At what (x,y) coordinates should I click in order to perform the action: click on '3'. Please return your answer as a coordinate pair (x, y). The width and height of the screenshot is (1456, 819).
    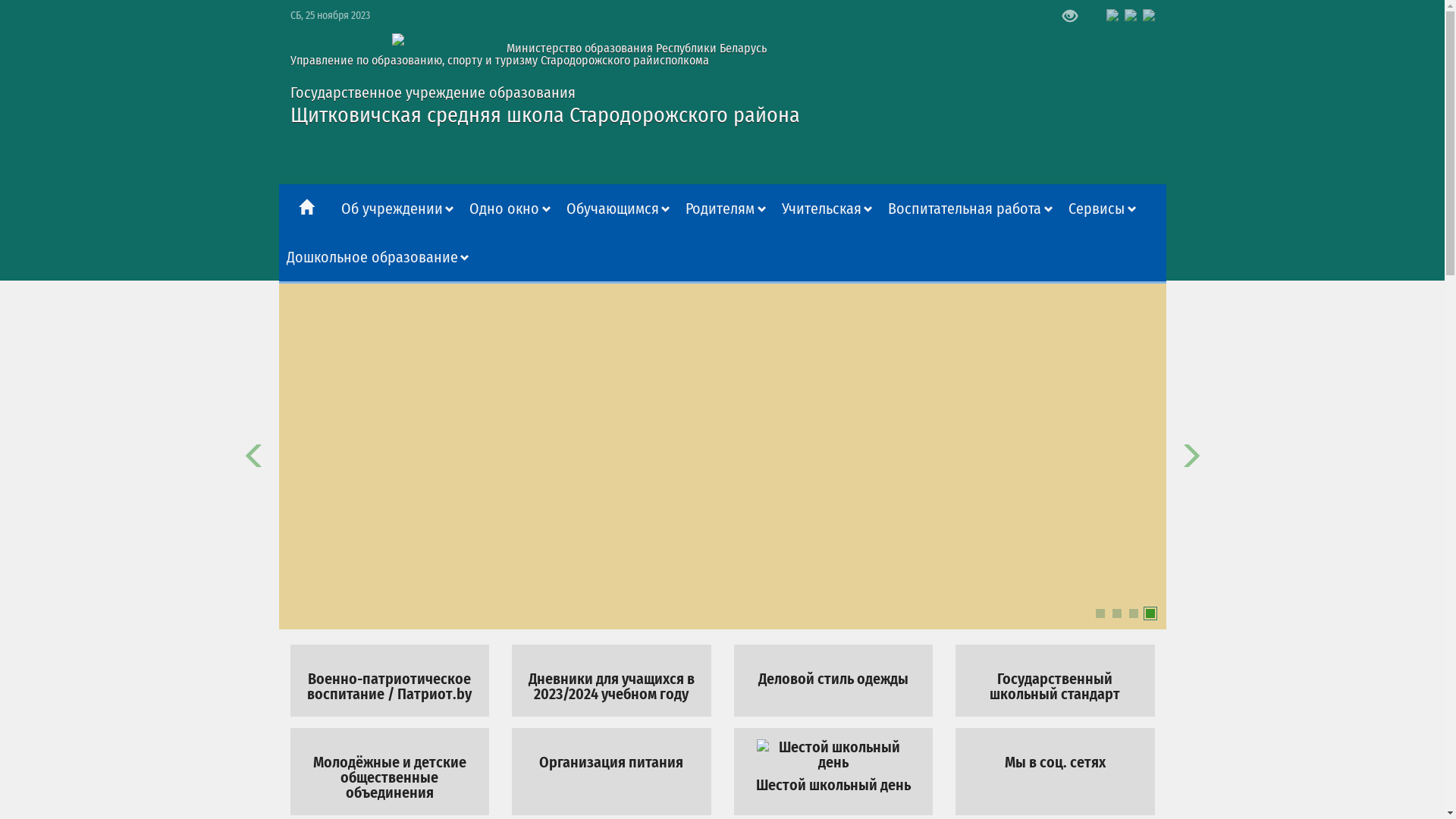
    Looking at the image, I should click on (1128, 613).